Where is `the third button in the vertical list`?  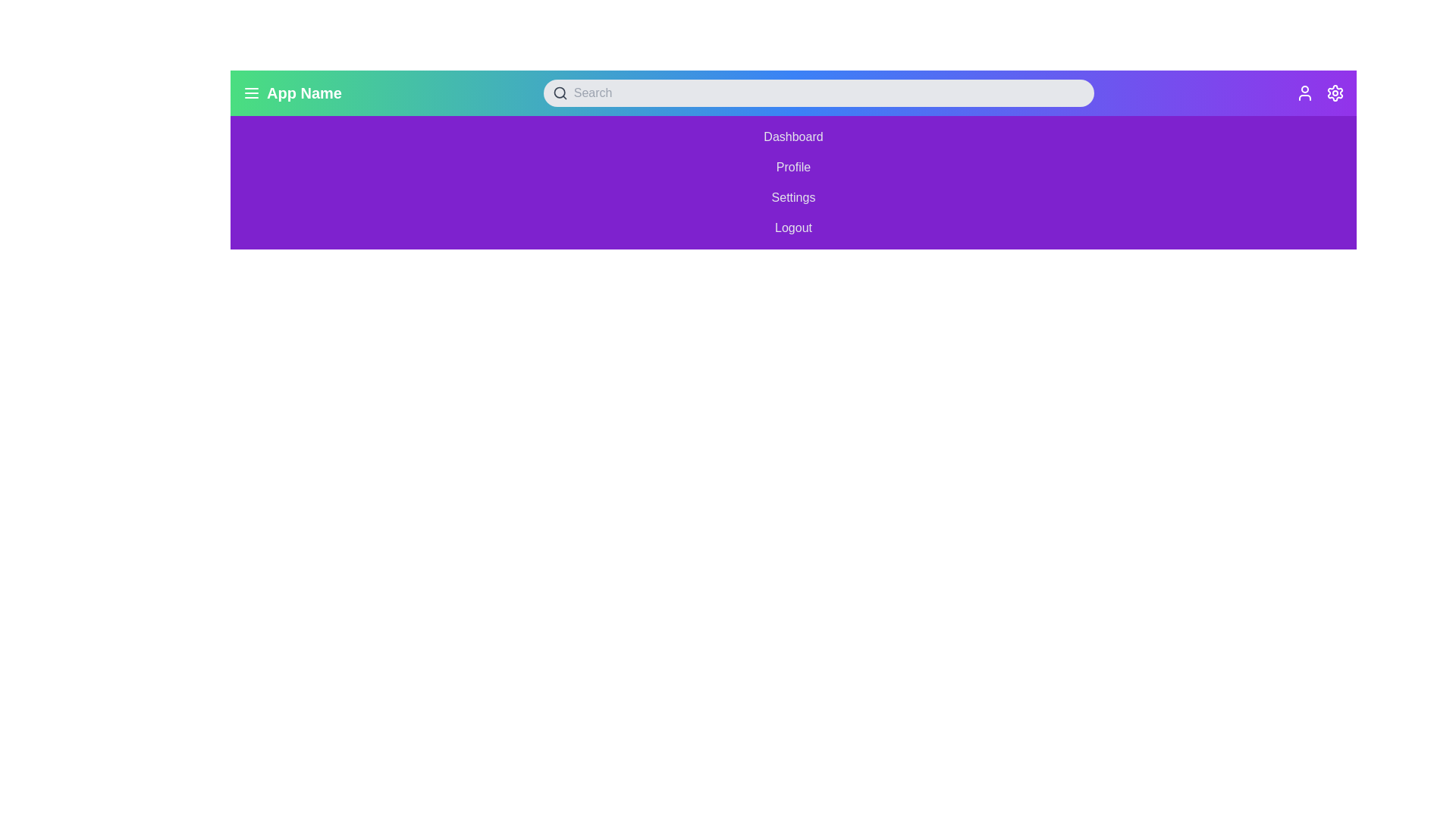 the third button in the vertical list is located at coordinates (792, 197).